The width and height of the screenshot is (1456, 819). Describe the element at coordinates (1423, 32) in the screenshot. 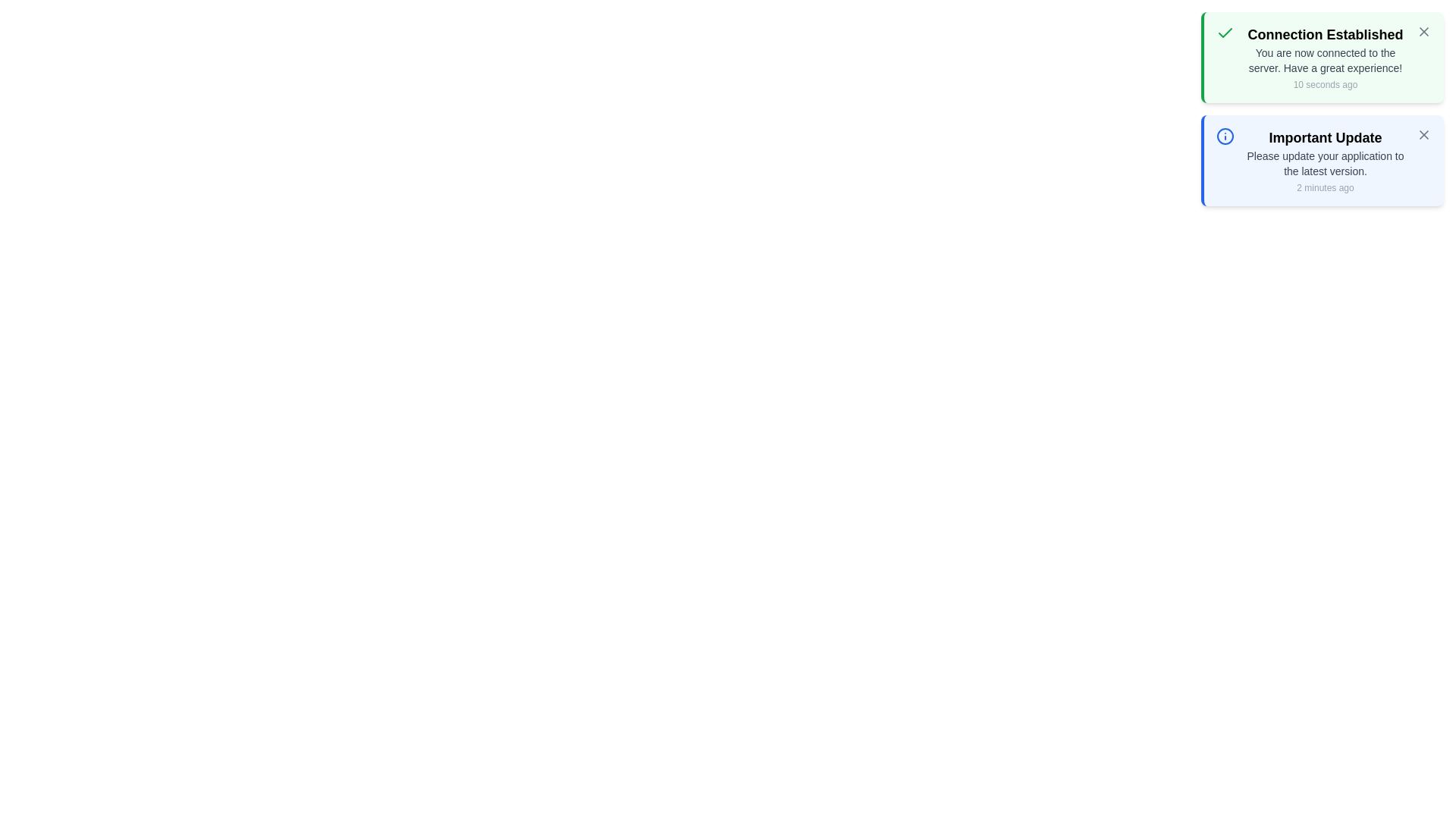

I see `close button of the notification with title 'Connection Established'` at that location.